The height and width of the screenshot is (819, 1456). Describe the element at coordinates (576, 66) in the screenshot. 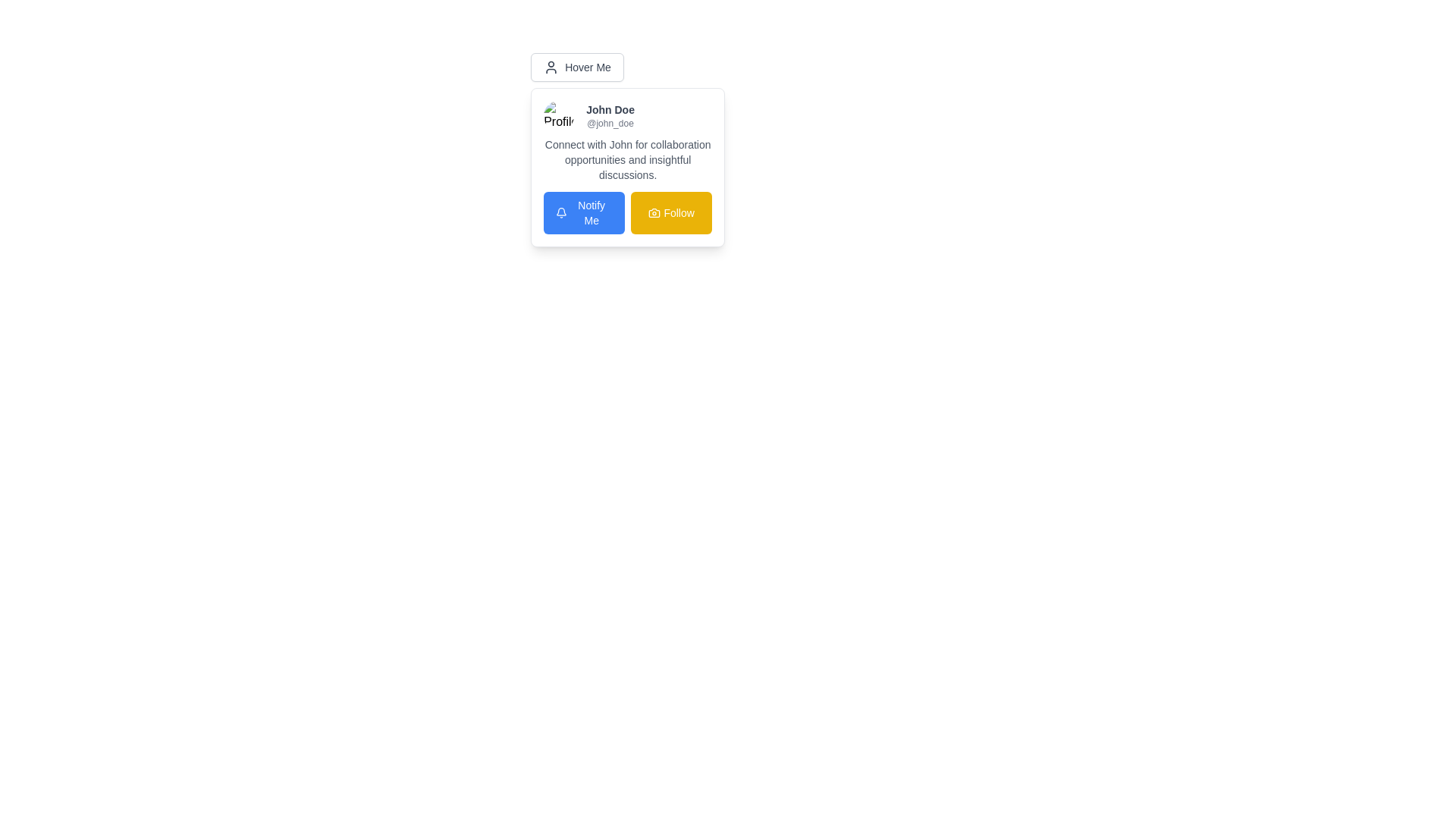

I see `the button labeled 'Hover Me' which has a user silhouette icon, located above the user profile preview box` at that location.